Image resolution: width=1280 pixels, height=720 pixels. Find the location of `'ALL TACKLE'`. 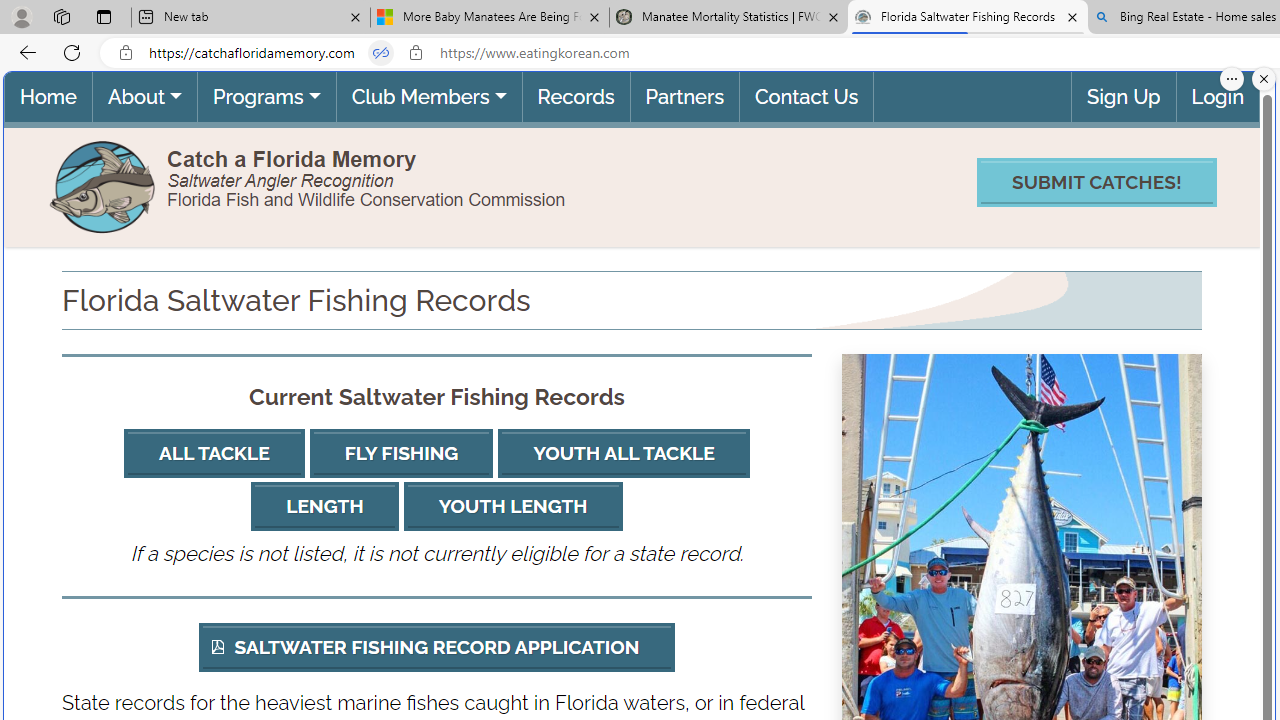

'ALL TACKLE' is located at coordinates (214, 453).